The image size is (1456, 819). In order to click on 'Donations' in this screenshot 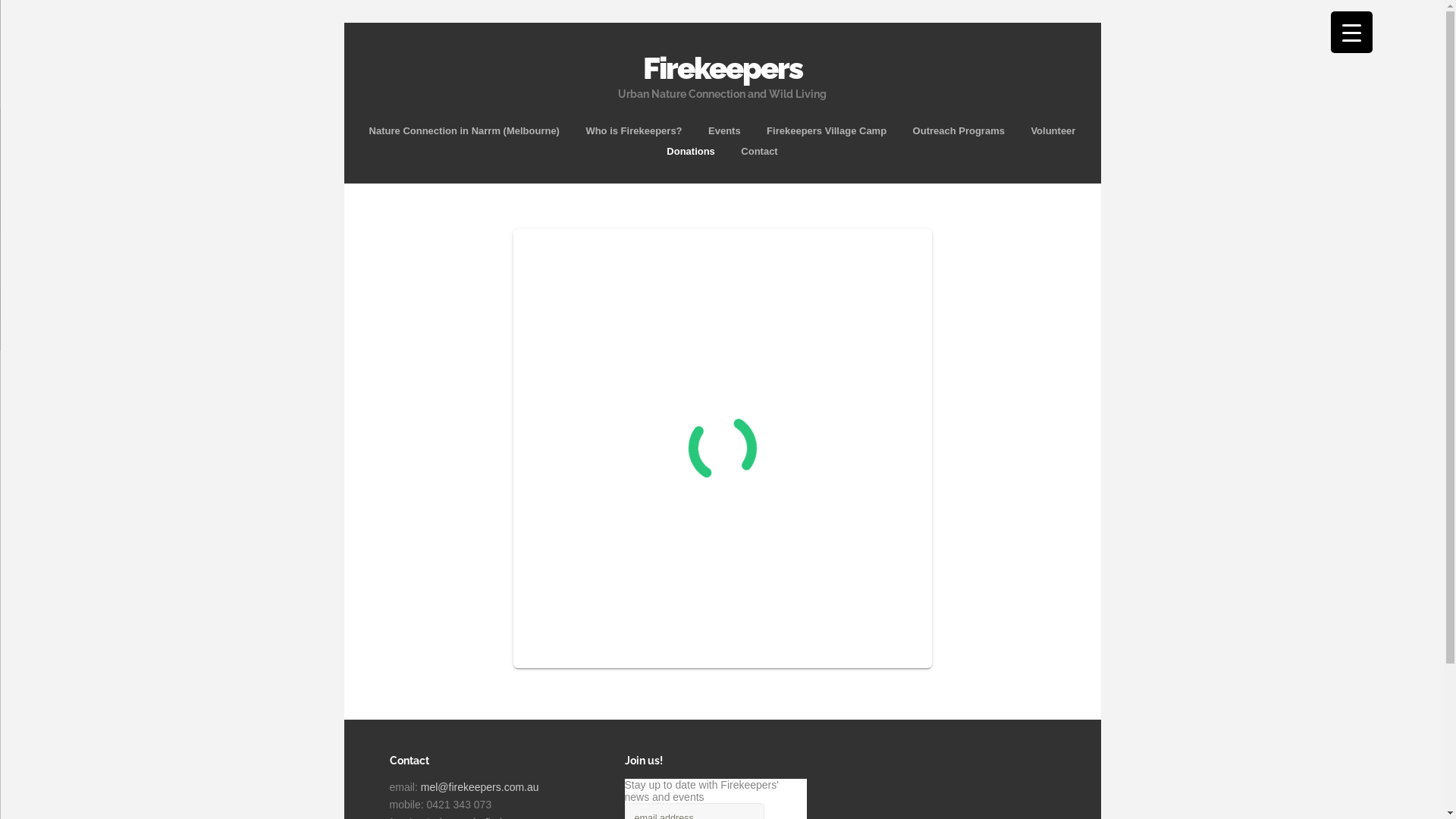, I will do `click(690, 151)`.